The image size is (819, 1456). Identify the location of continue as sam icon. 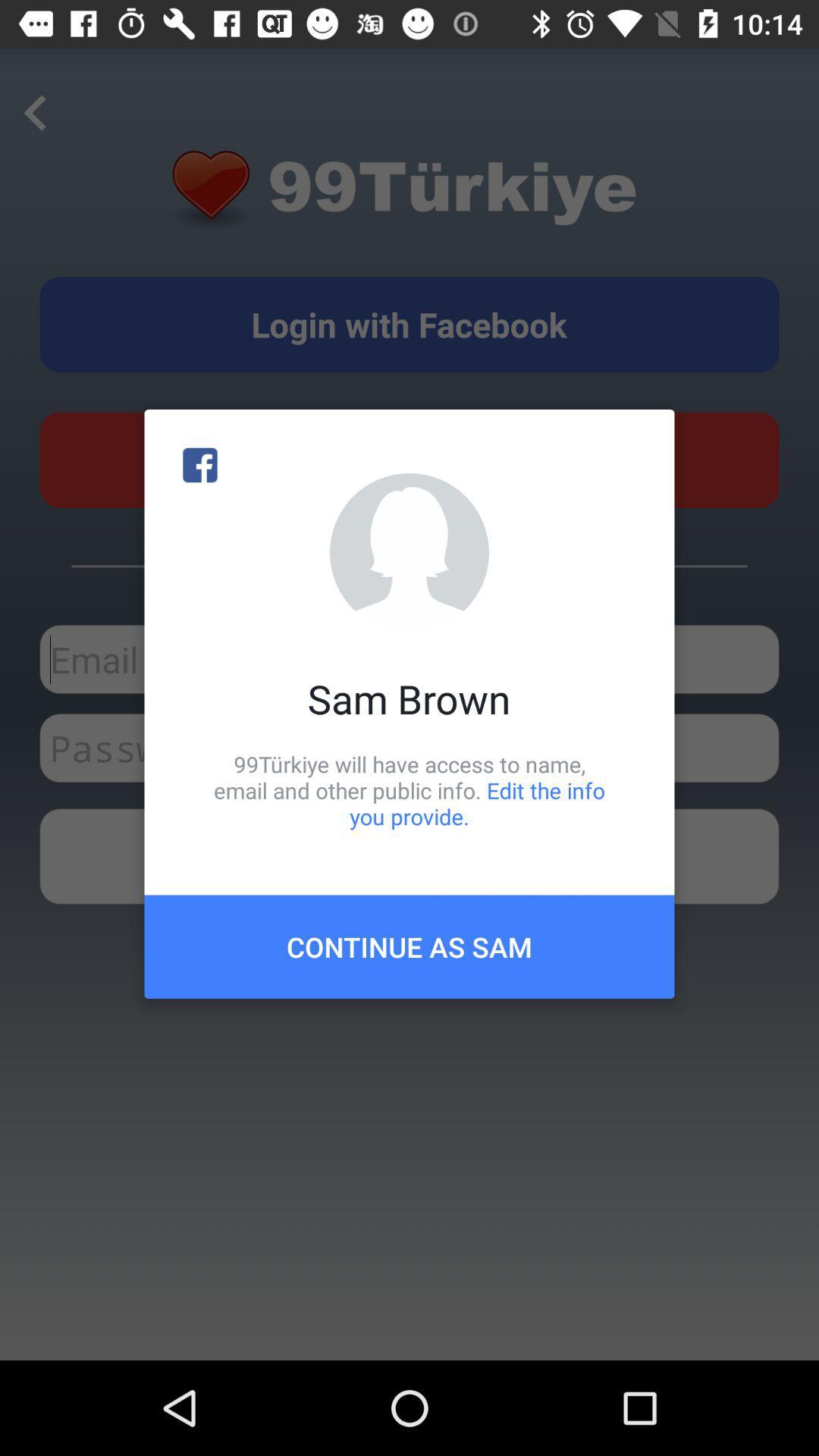
(409, 946).